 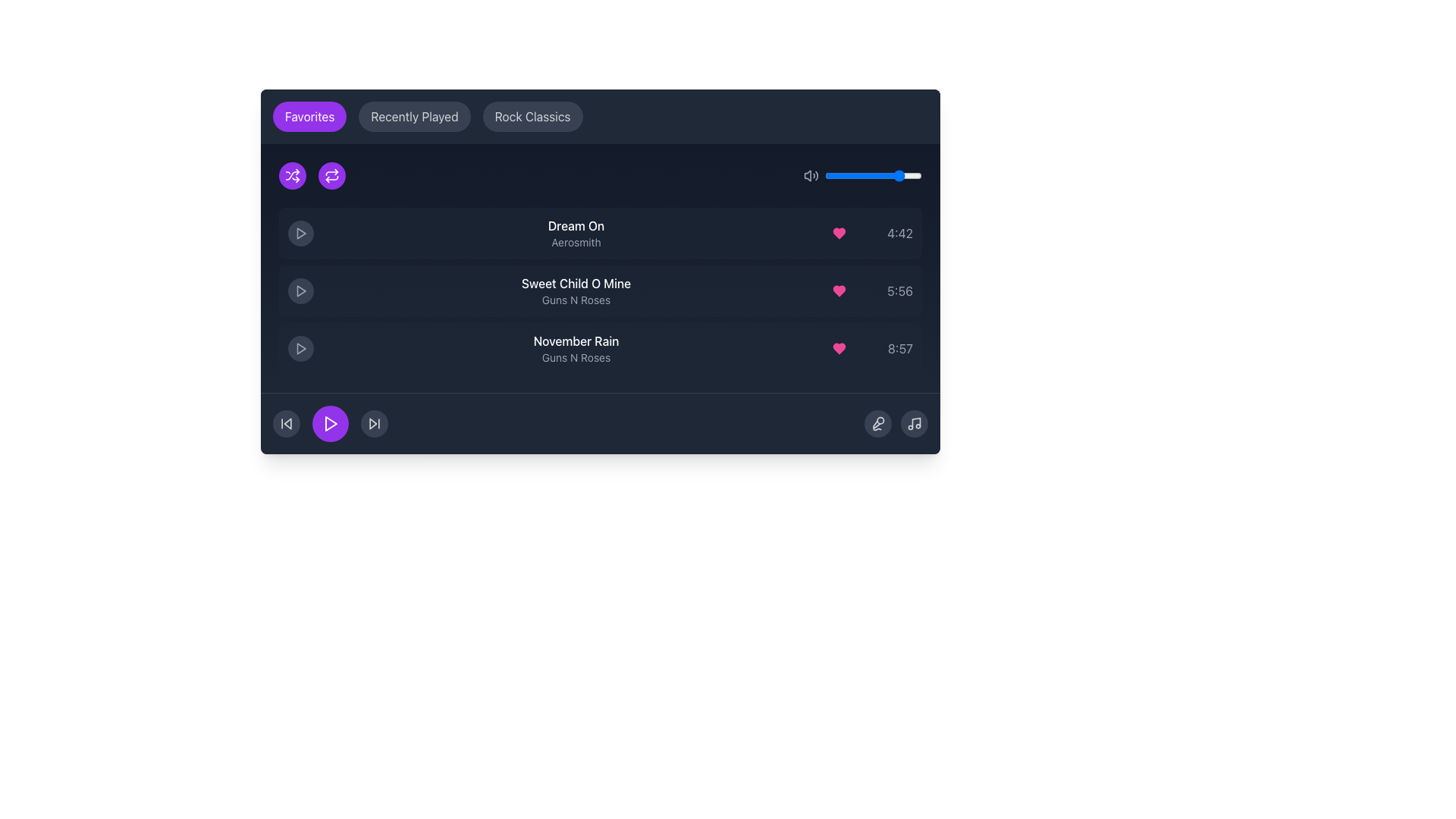 What do you see at coordinates (839, 348) in the screenshot?
I see `the heart icon in the 'Favorites' section of the music interface` at bounding box center [839, 348].